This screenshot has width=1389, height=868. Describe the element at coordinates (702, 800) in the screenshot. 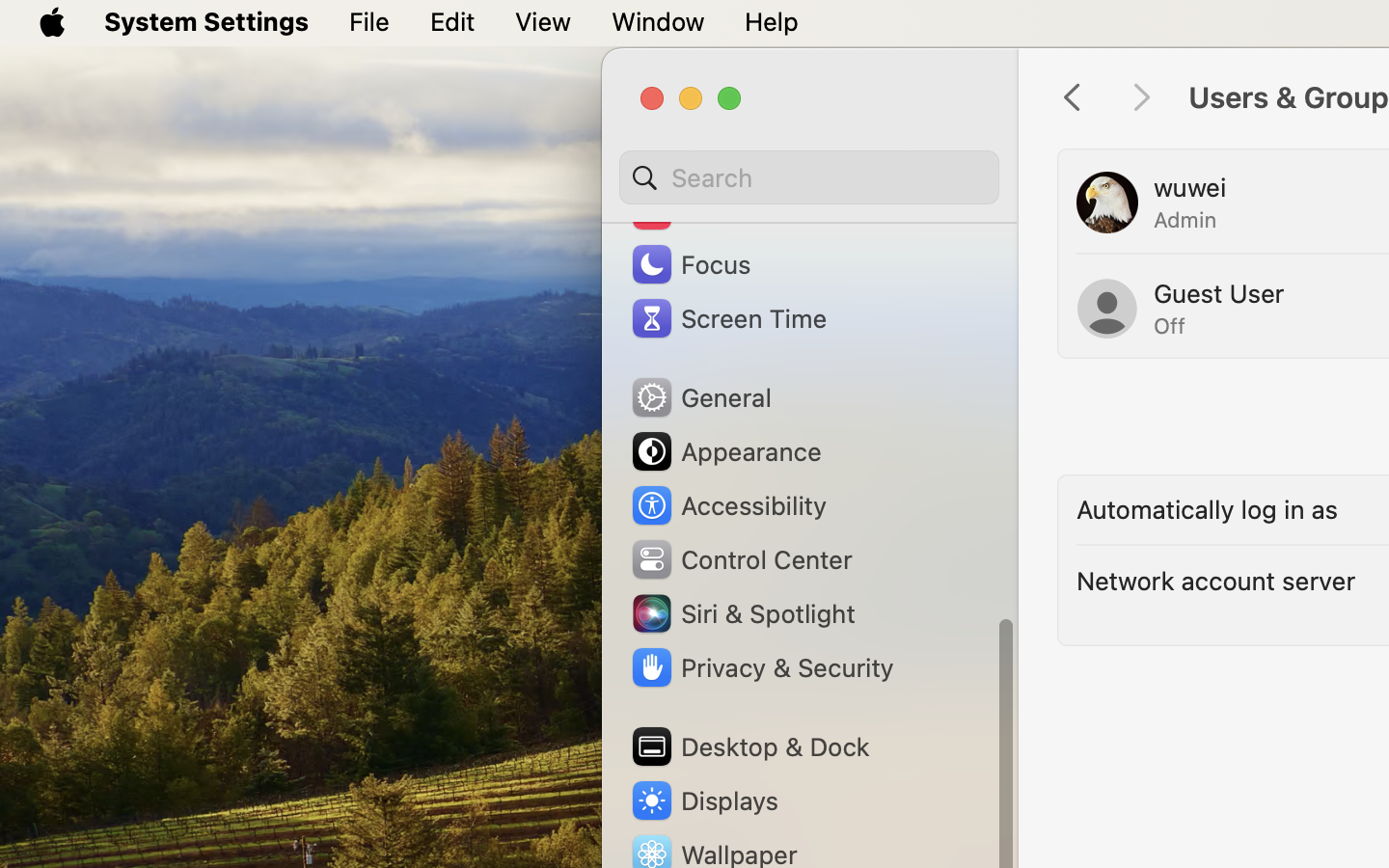

I see `'Displays'` at that location.